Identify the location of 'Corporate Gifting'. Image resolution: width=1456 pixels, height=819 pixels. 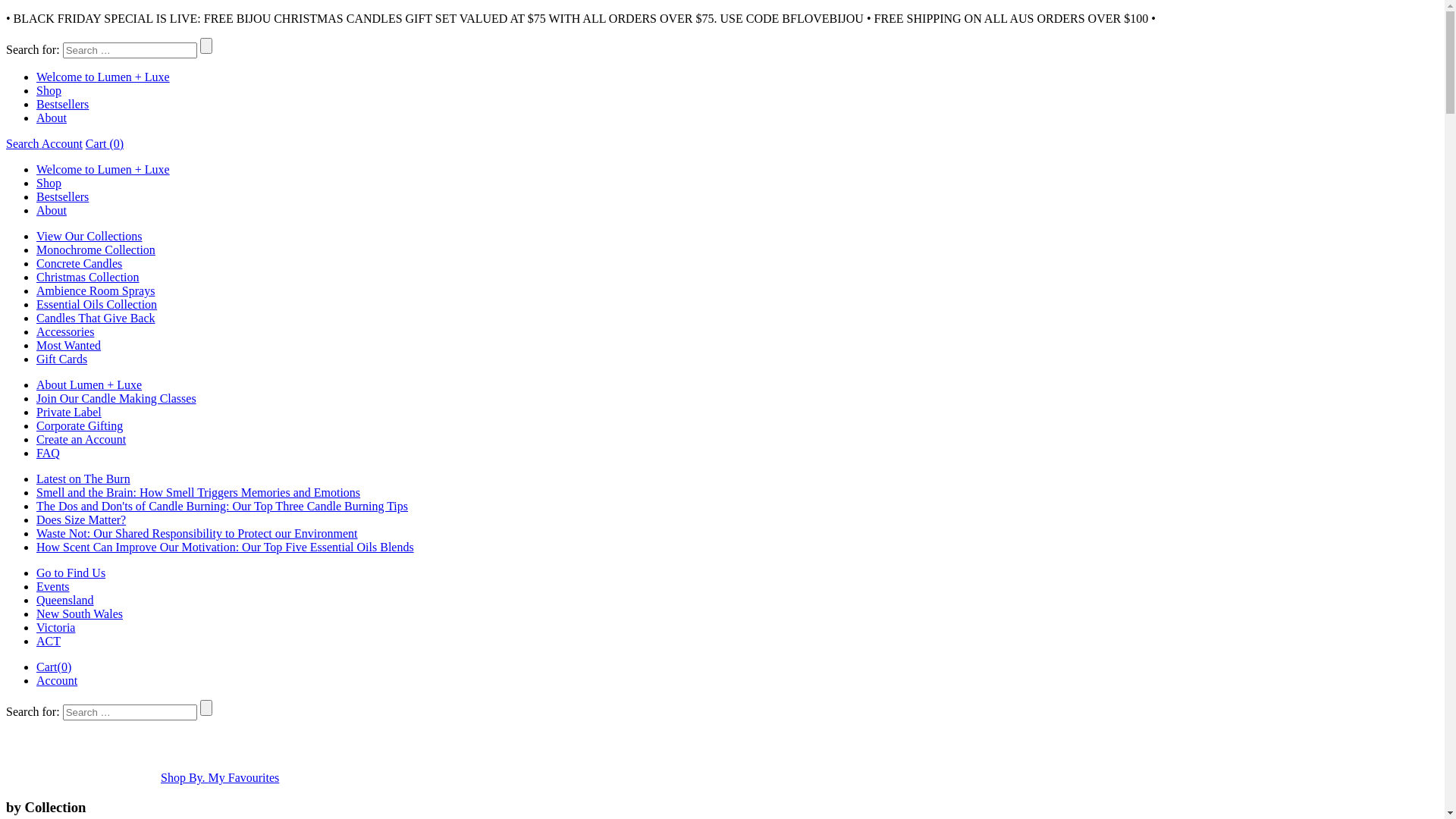
(79, 425).